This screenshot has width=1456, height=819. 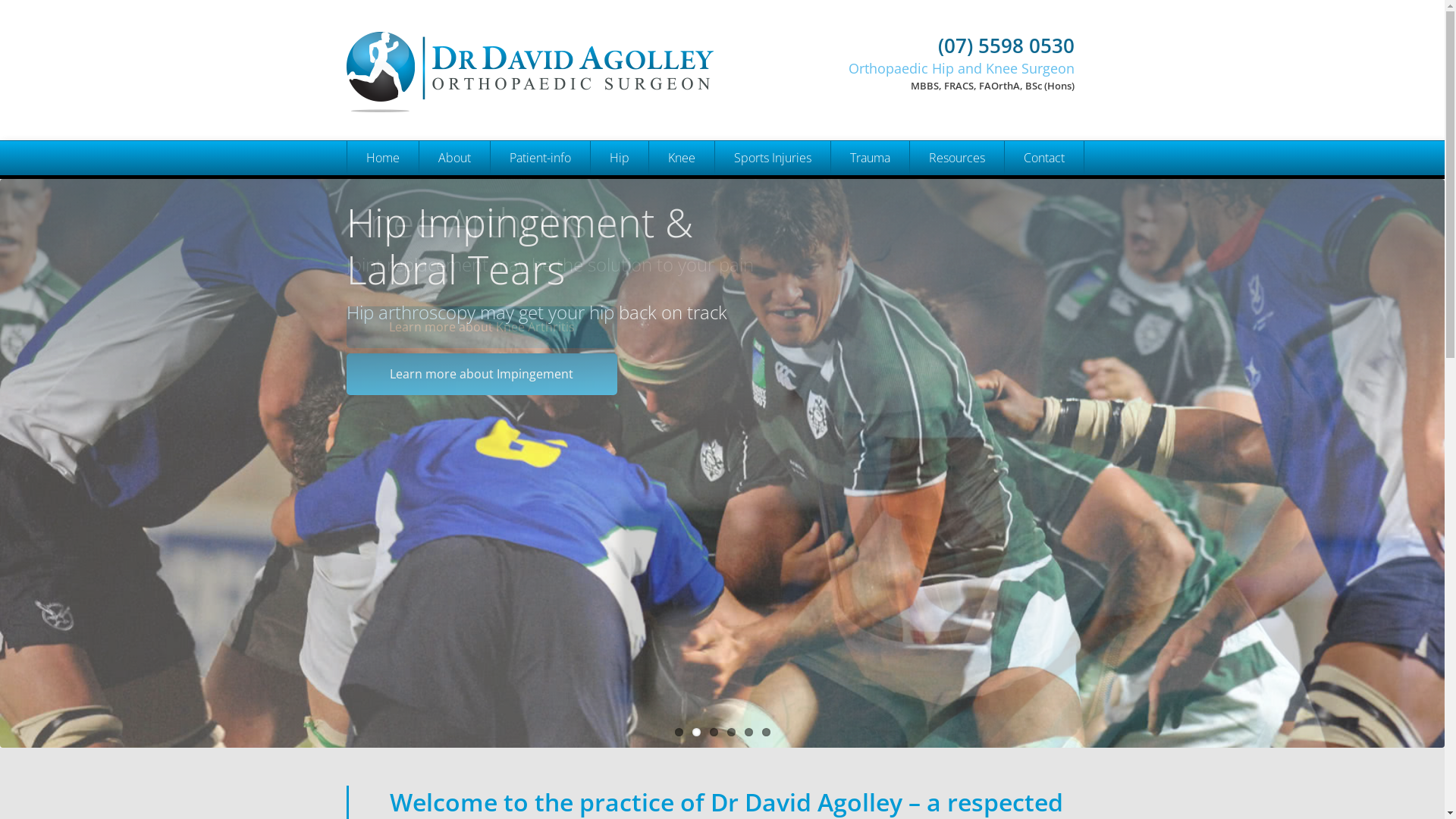 I want to click on 'Hip Hamstring Tear', so click(x=713, y=294).